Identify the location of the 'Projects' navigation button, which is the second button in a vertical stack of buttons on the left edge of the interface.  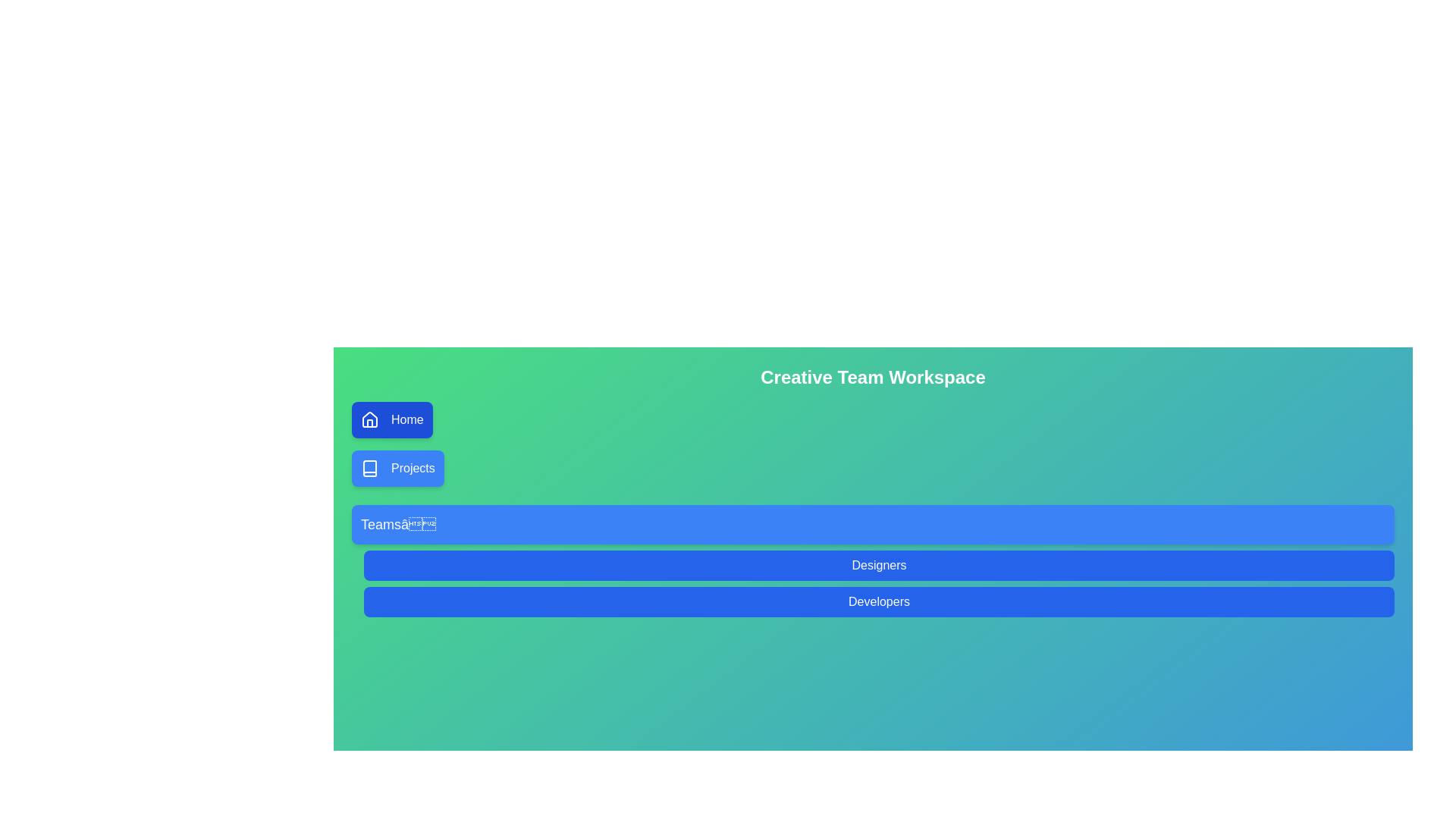
(397, 467).